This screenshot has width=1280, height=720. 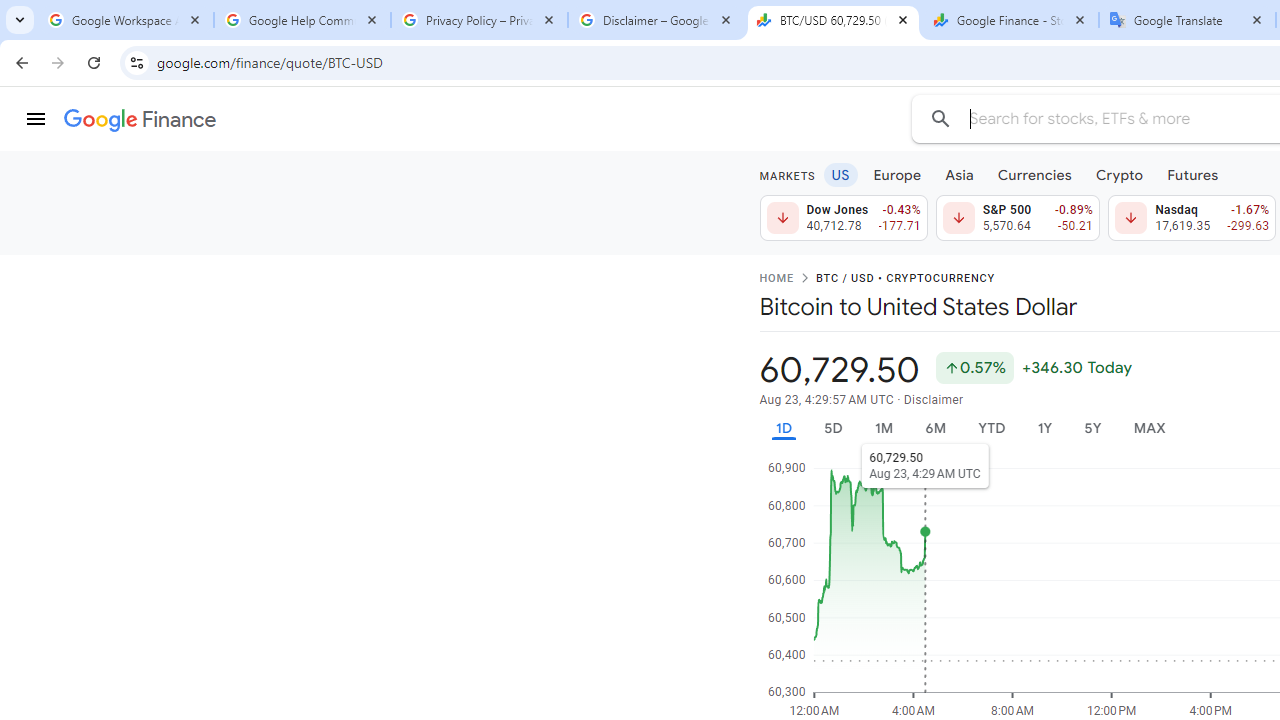 What do you see at coordinates (139, 120) in the screenshot?
I see `'Finance'` at bounding box center [139, 120].